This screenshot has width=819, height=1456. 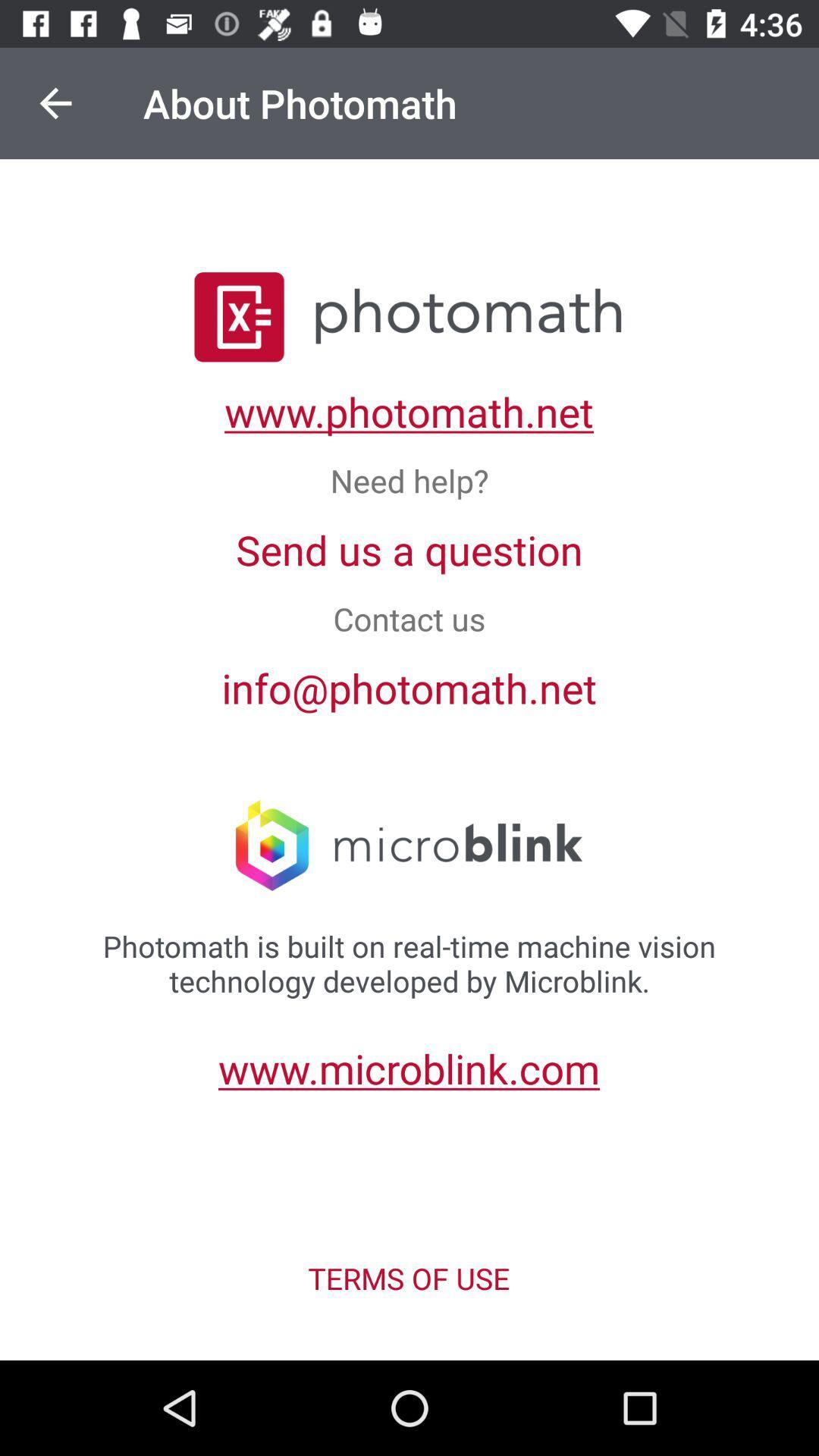 I want to click on the link above terms of use, so click(x=409, y=1068).